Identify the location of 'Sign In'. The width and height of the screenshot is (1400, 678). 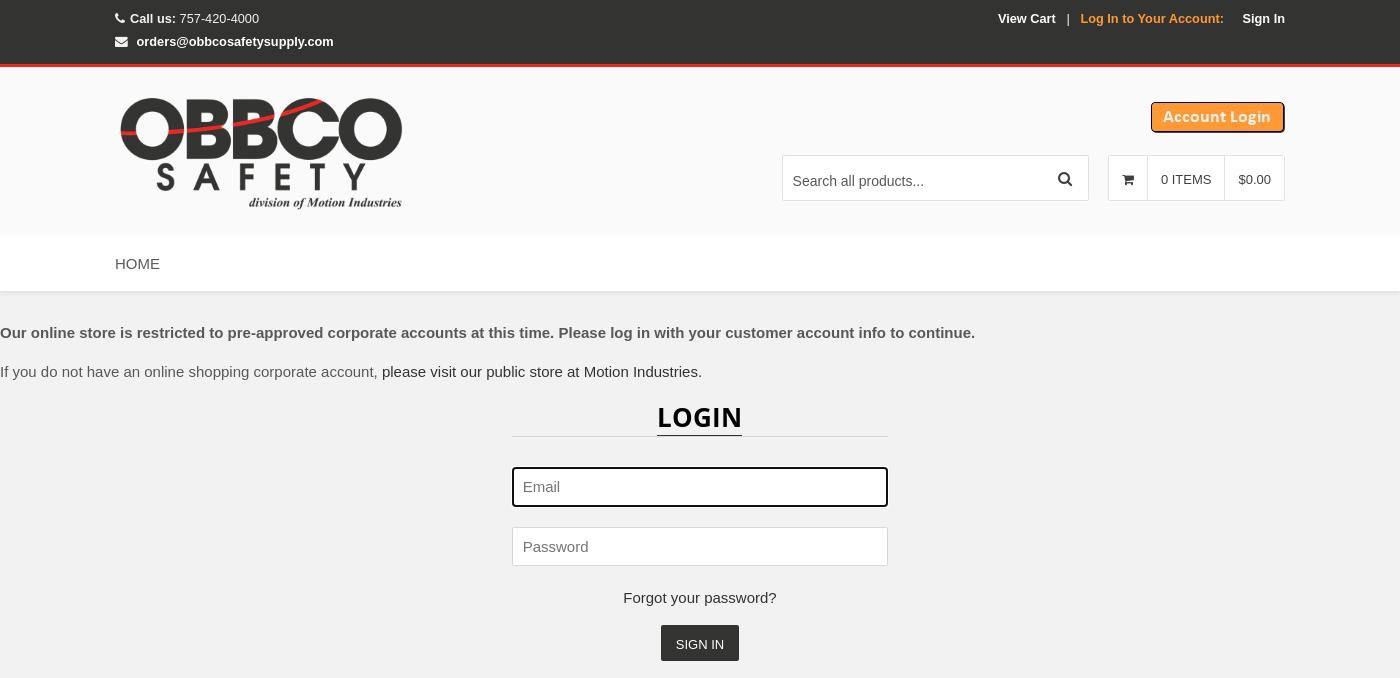
(1263, 16).